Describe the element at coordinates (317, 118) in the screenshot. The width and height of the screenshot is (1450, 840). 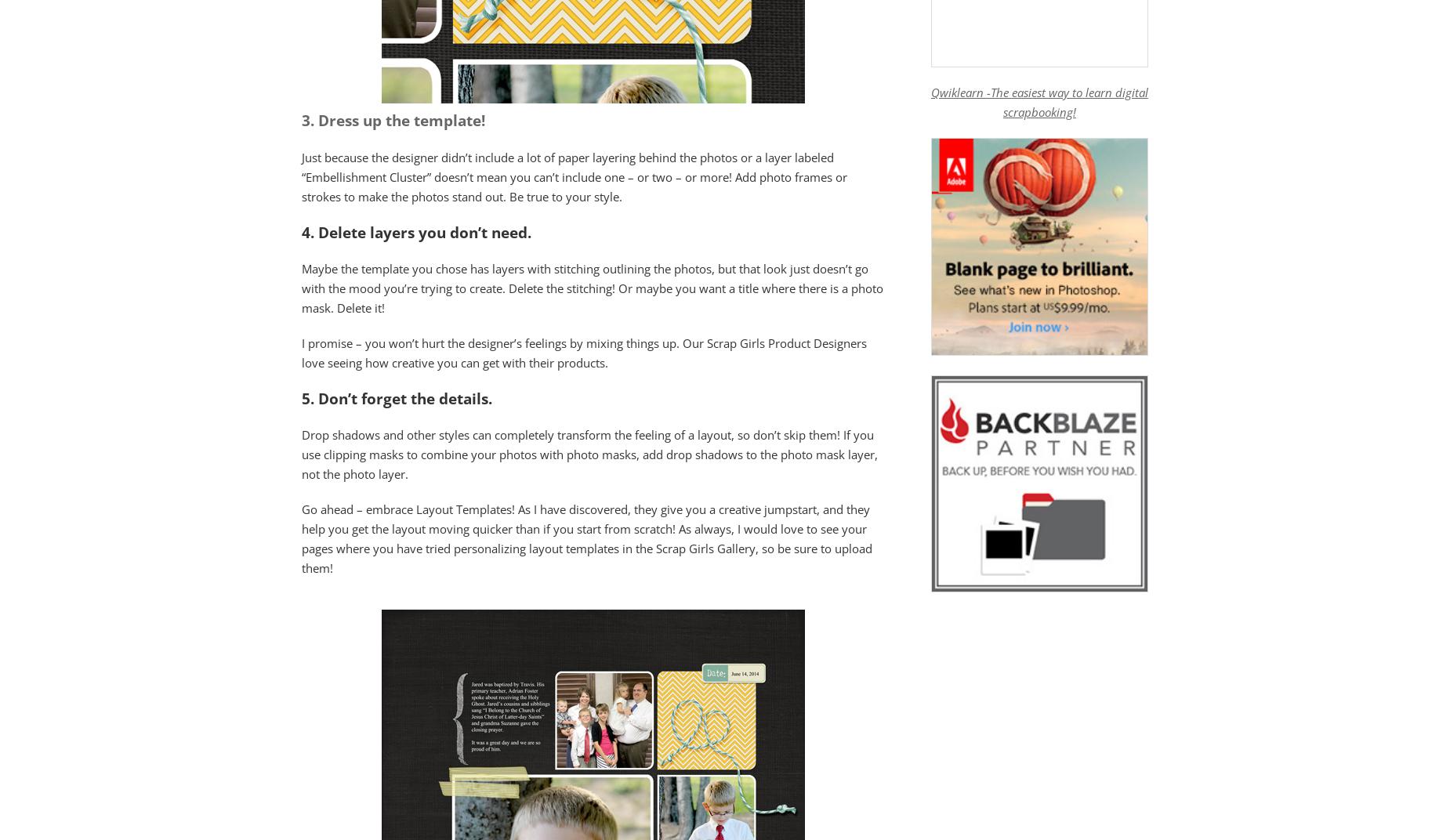
I see `'Dress up the template!'` at that location.